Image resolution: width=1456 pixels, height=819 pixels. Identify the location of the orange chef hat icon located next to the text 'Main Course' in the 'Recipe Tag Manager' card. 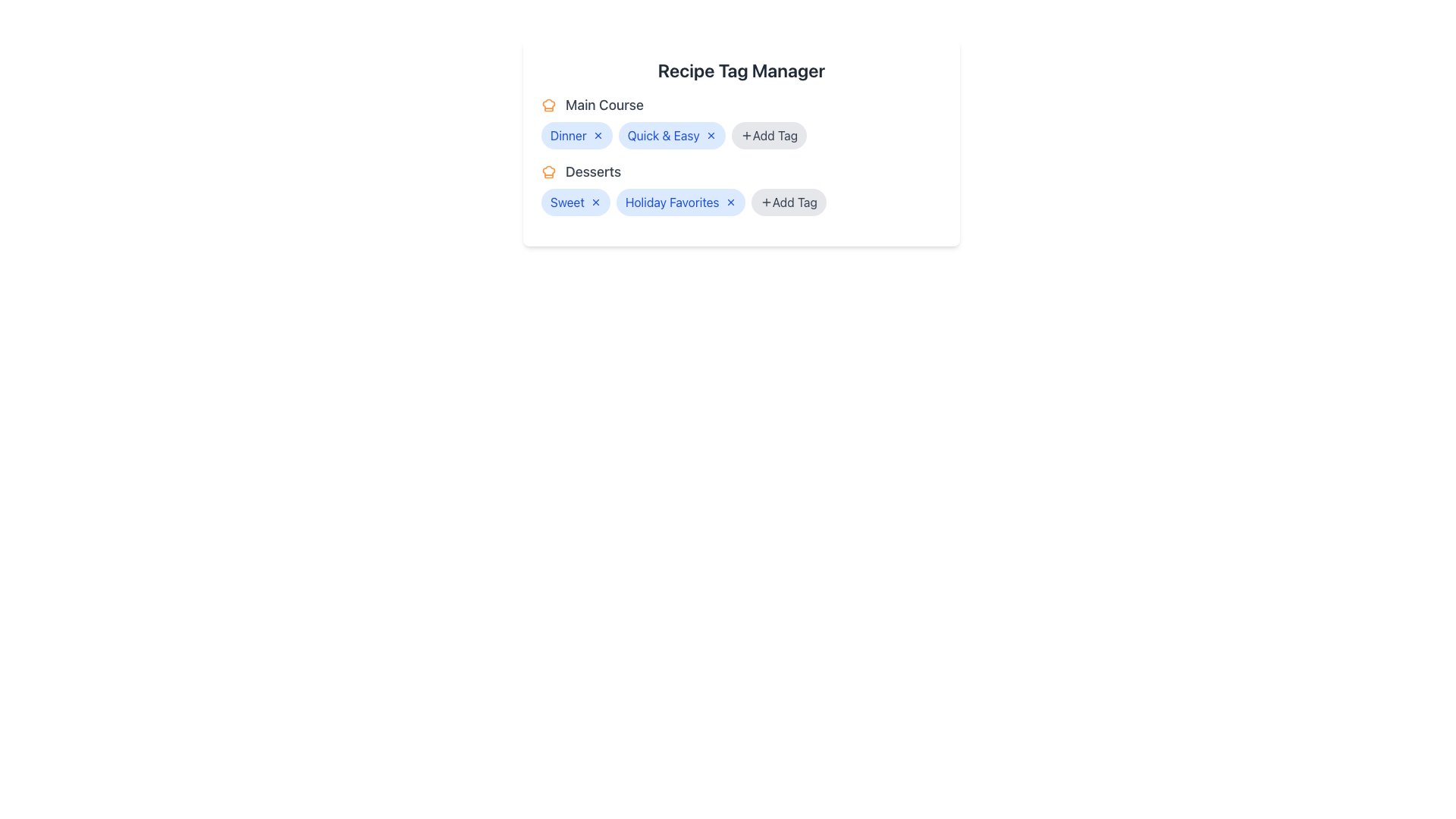
(548, 104).